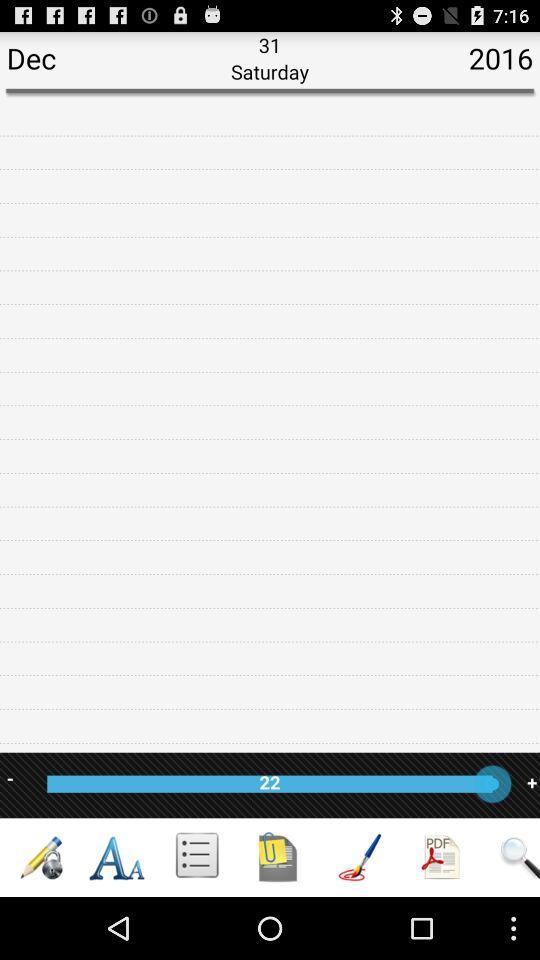 Image resolution: width=540 pixels, height=960 pixels. I want to click on the search icon, so click(518, 917).